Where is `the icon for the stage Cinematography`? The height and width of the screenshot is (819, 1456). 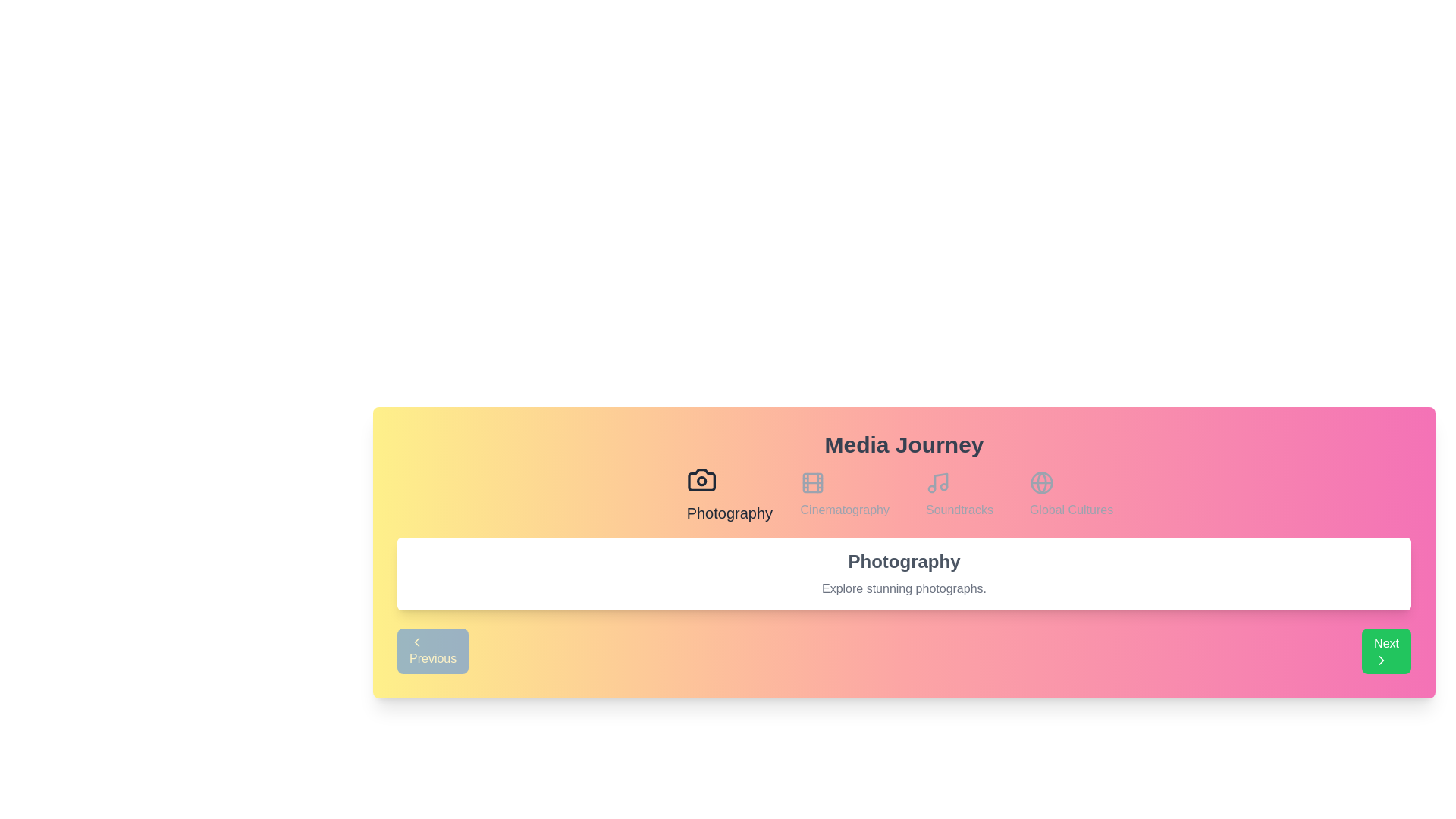
the icon for the stage Cinematography is located at coordinates (843, 494).